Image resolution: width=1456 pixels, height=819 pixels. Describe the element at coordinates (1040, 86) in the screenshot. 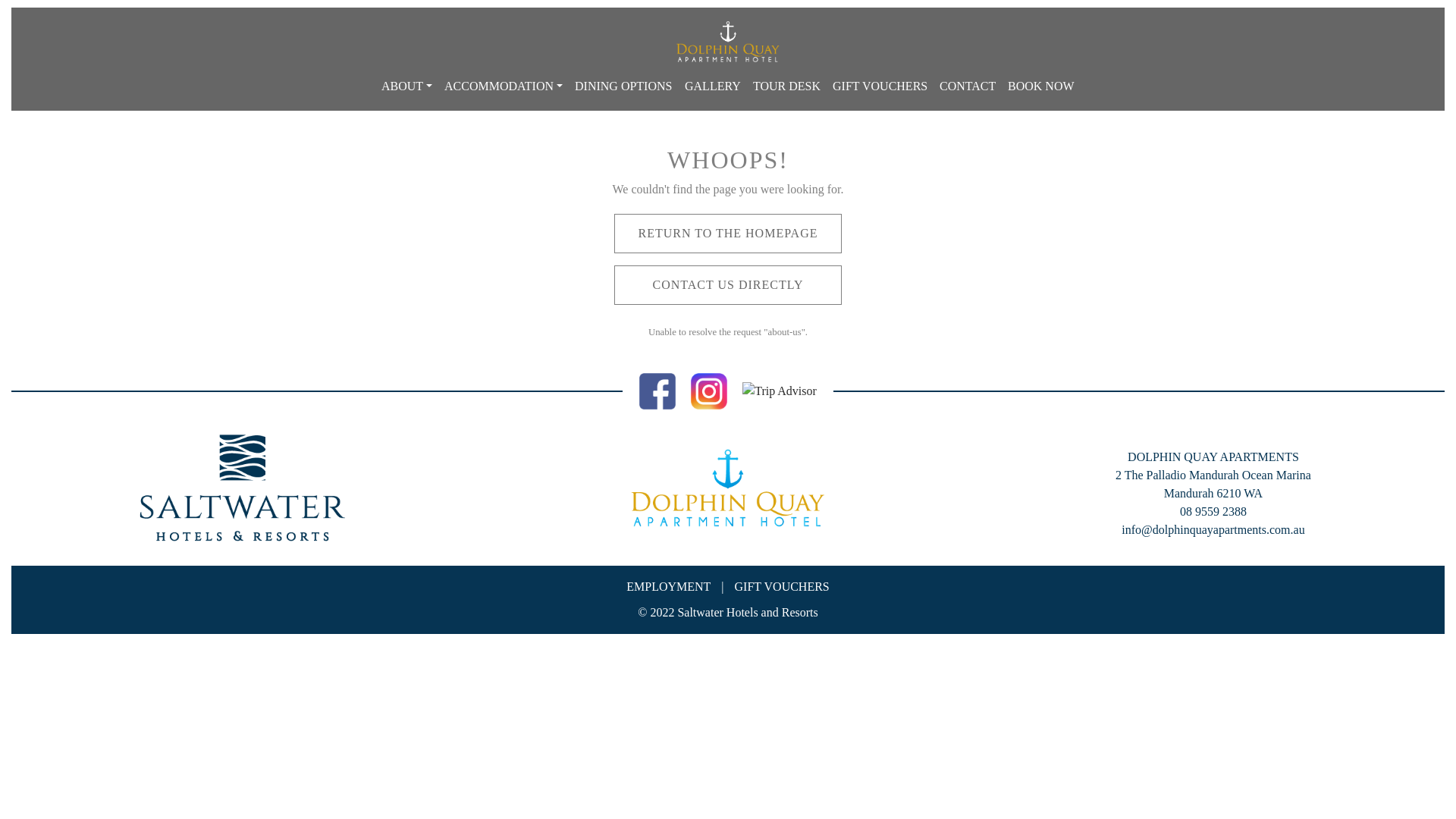

I see `'BOOK NOW'` at that location.